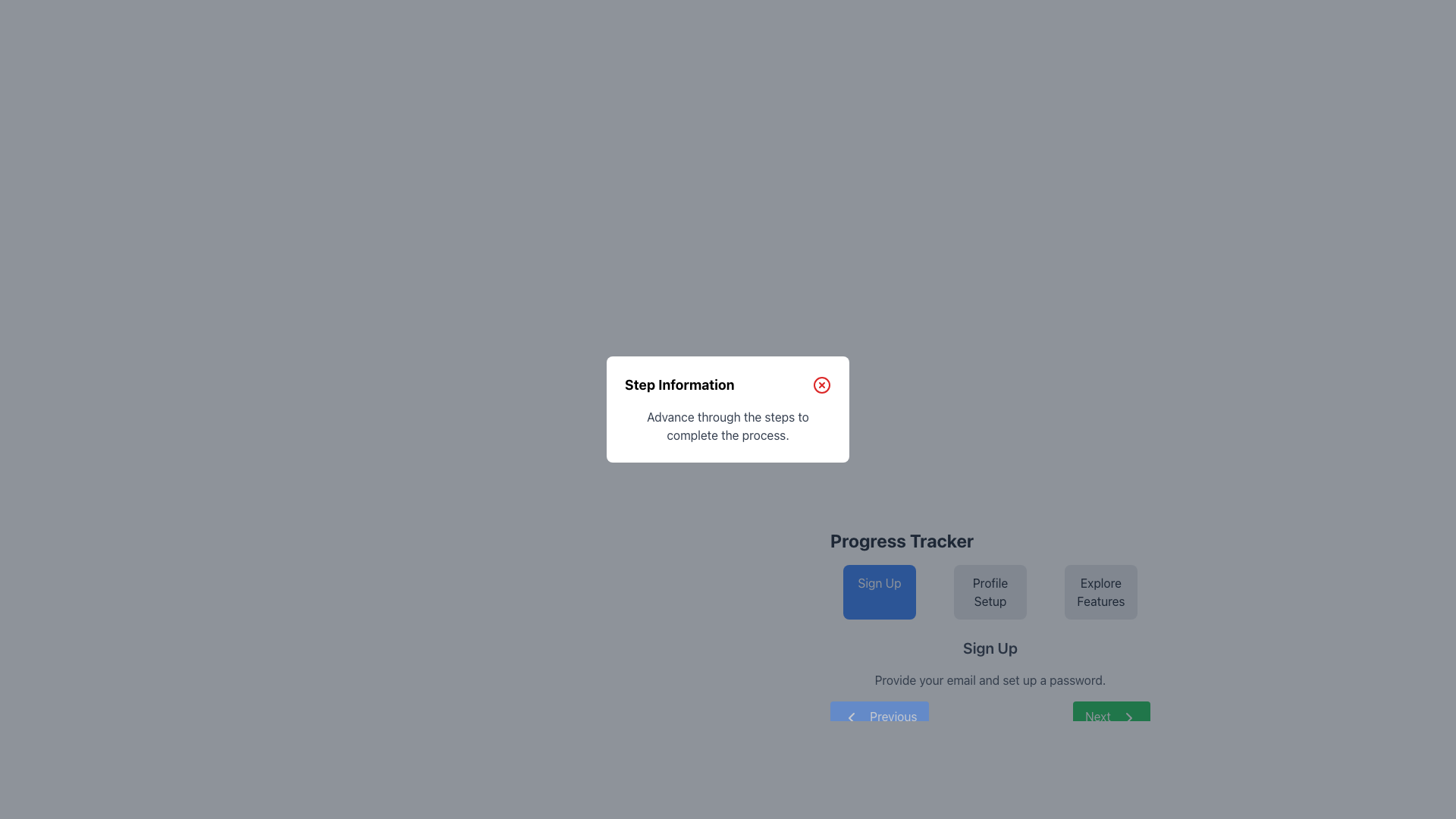 Image resolution: width=1456 pixels, height=819 pixels. What do you see at coordinates (902, 540) in the screenshot?
I see `heading labeled 'Progress Tracker', which is a bold, larger text in dark gray color located in the top-right quadrant of the interface` at bounding box center [902, 540].